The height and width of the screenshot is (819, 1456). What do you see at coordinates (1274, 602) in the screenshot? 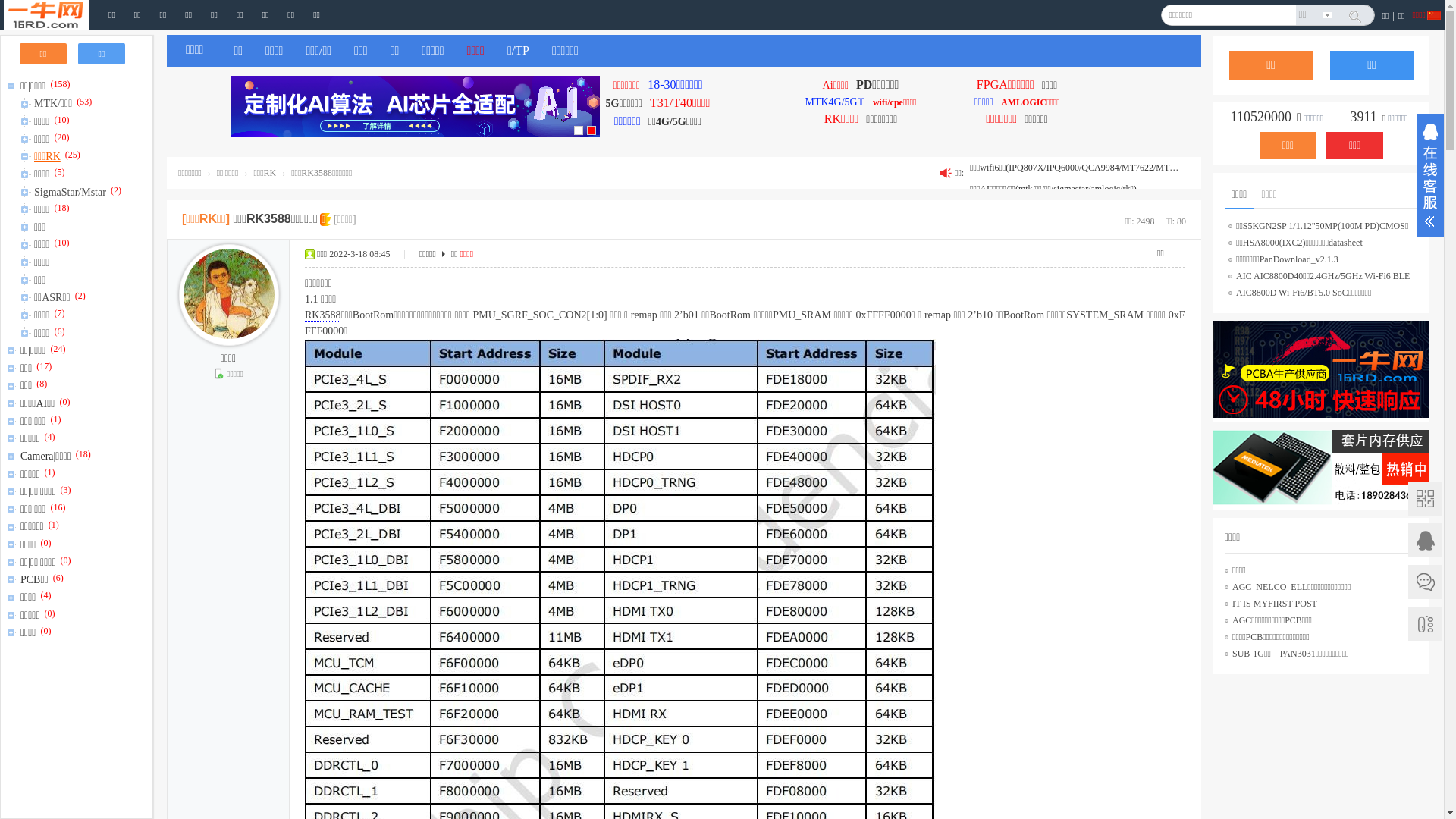
I see `'IT IS MYFIRST POST'` at bounding box center [1274, 602].